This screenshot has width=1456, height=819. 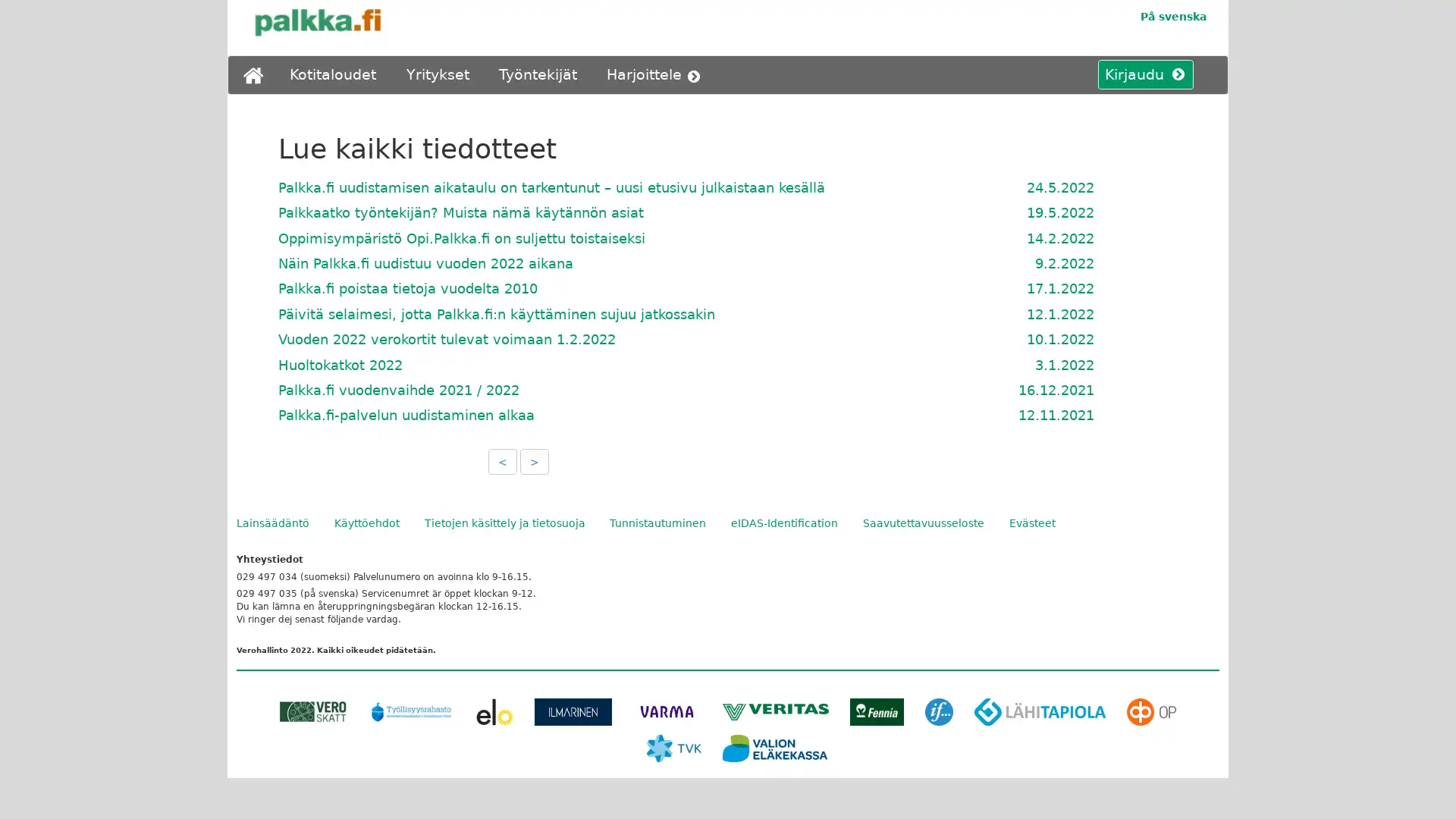 What do you see at coordinates (657, 75) in the screenshot?
I see `Harjoittele` at bounding box center [657, 75].